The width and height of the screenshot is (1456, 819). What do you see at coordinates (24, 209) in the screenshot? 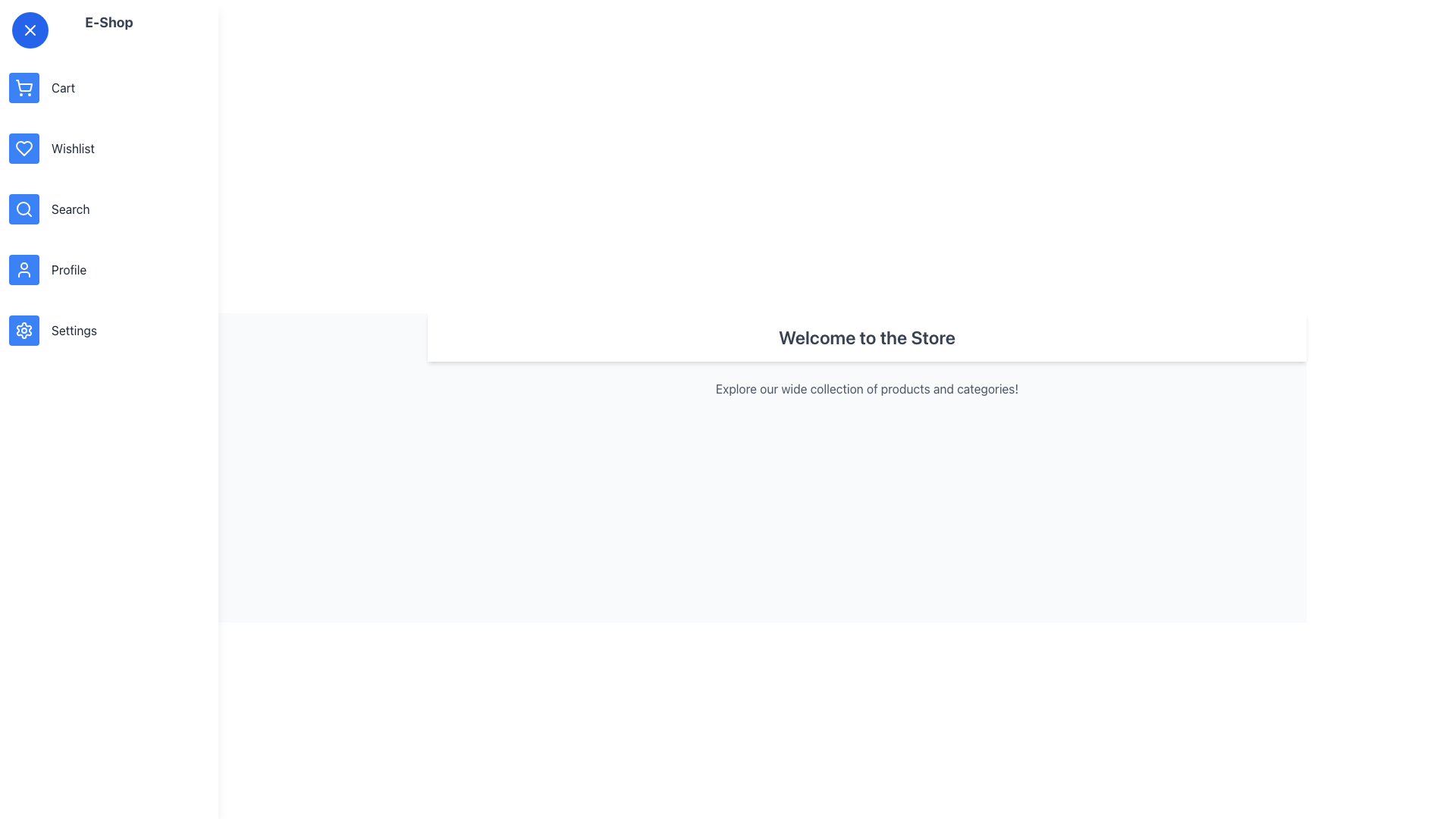
I see `the search icon button located in the left navigation menu, positioned between the 'Wishlist' and 'Profile' items` at bounding box center [24, 209].